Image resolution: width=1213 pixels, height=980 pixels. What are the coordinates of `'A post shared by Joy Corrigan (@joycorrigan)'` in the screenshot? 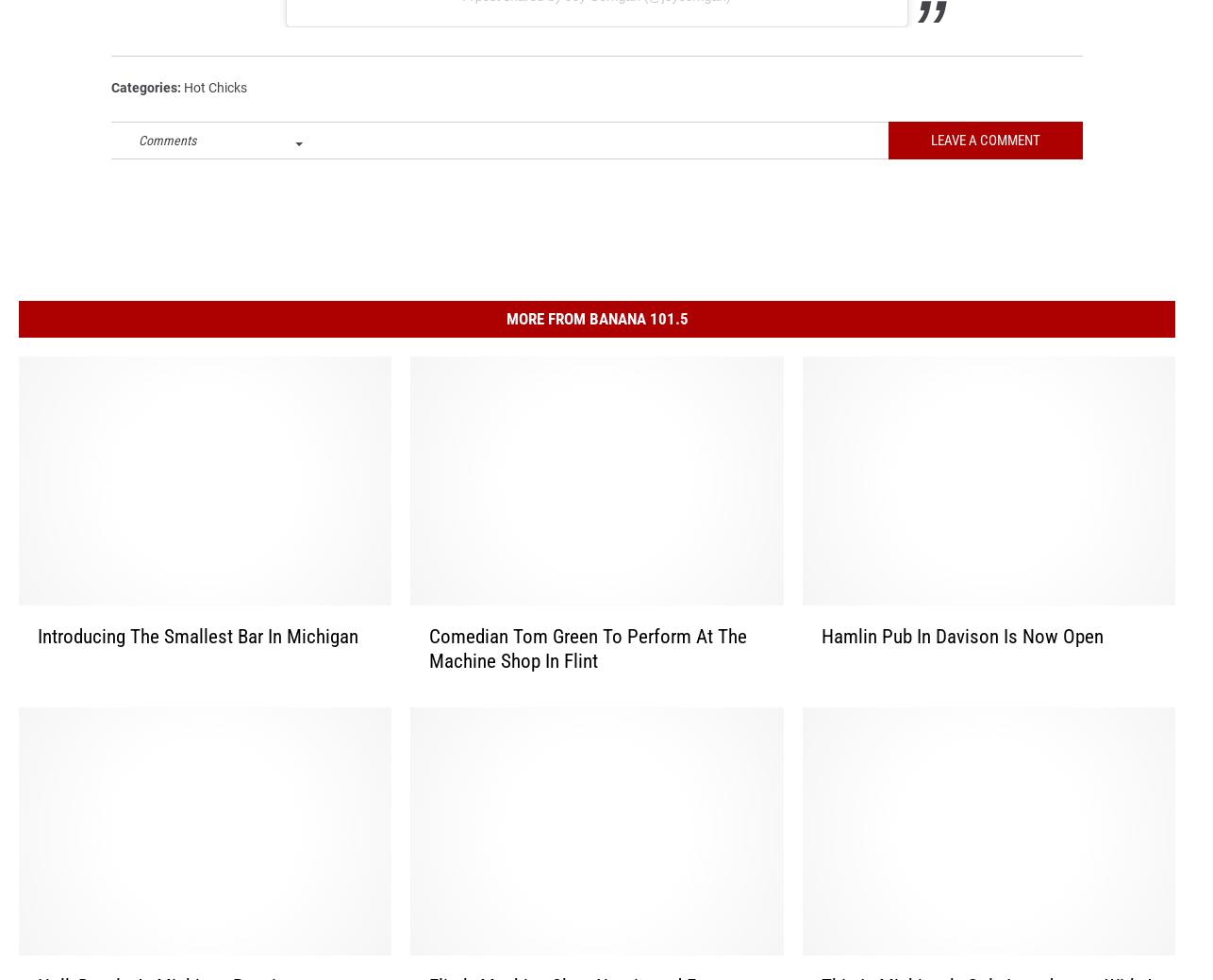 It's located at (461, 20).